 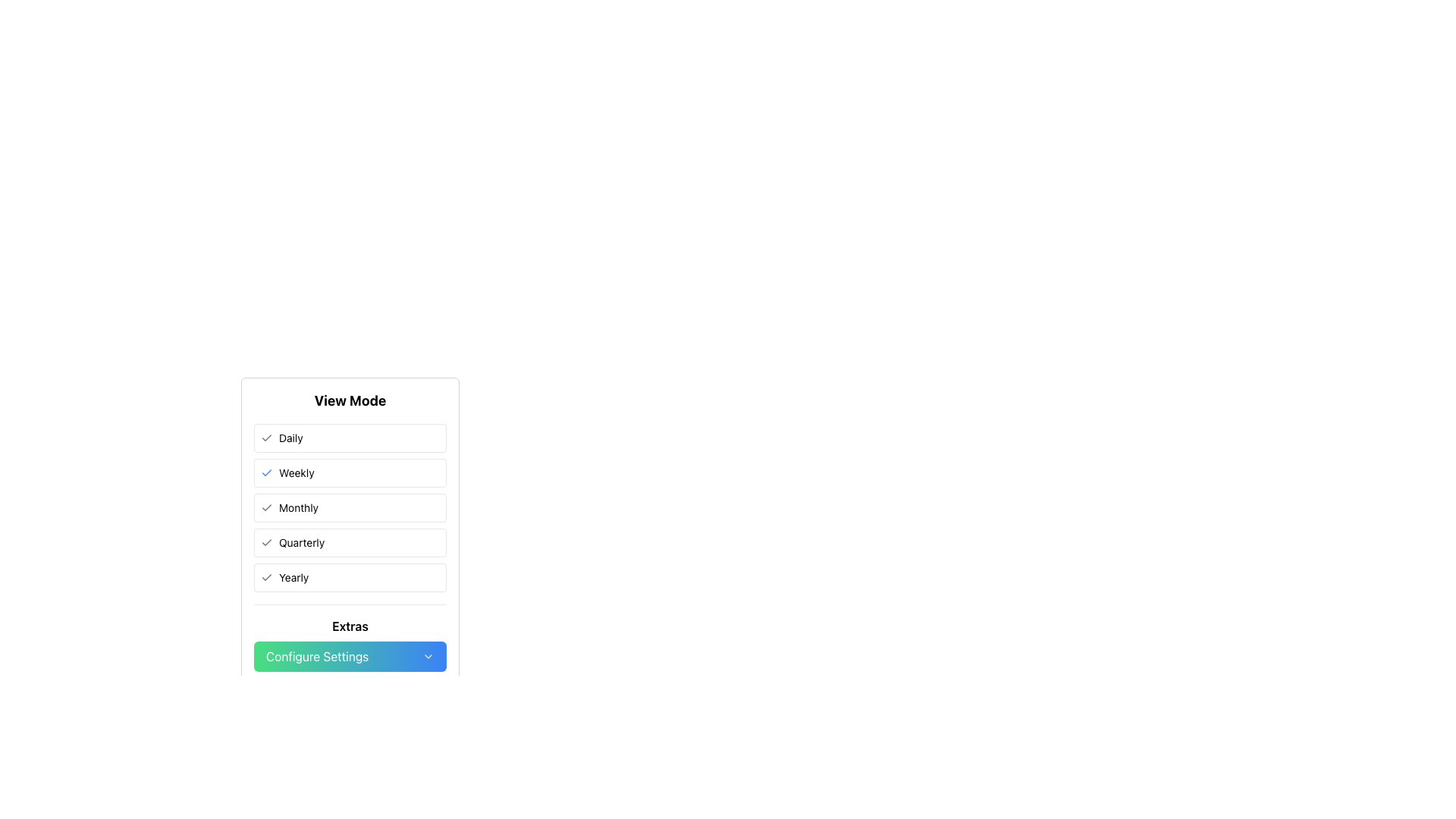 I want to click on the selection state represented by the small gray checkmark icon, which is the leftmost component of the 'Daily' button in the list of options under 'View Mode', so click(x=266, y=438).